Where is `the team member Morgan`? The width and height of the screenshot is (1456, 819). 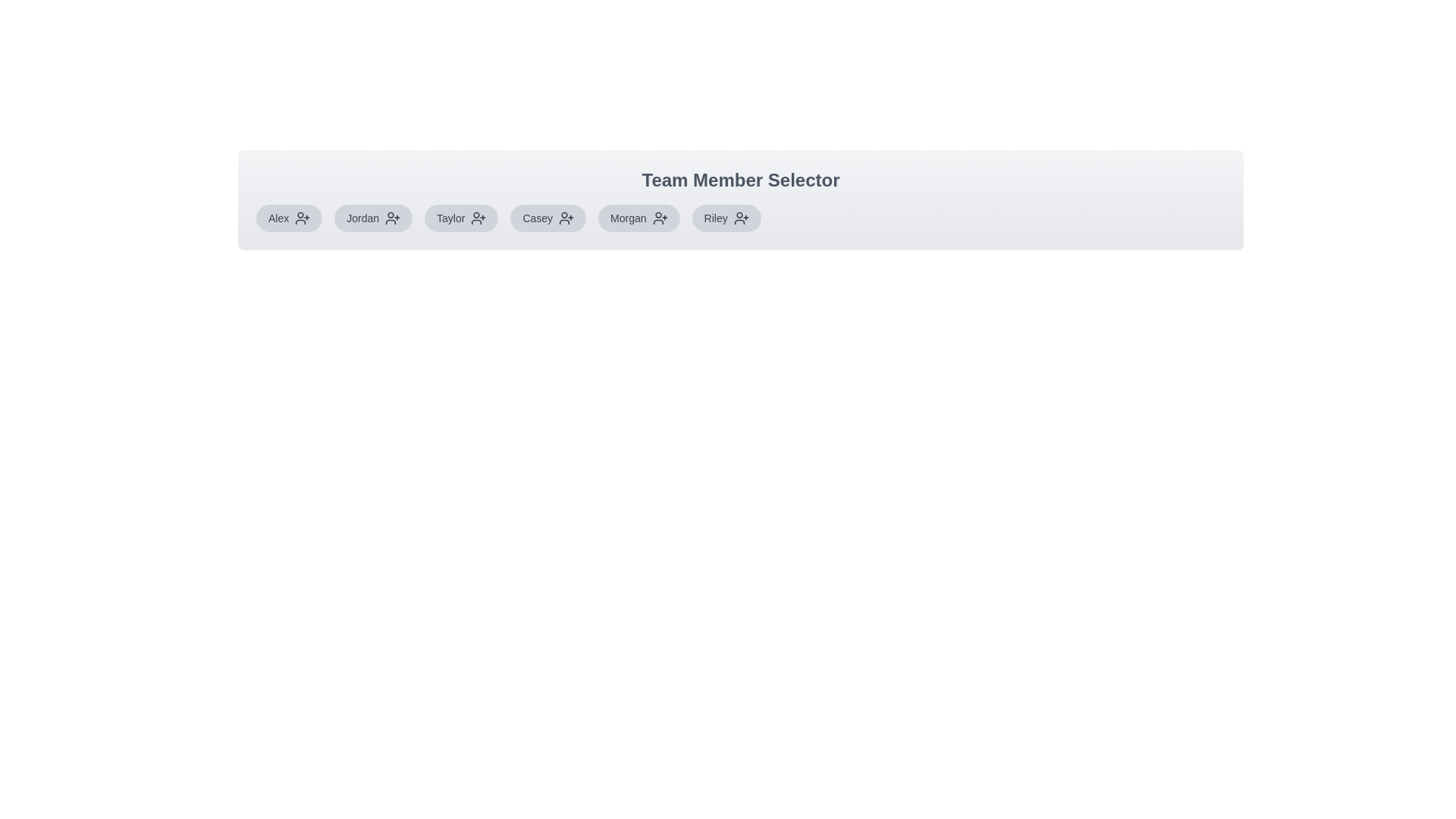 the team member Morgan is located at coordinates (638, 218).